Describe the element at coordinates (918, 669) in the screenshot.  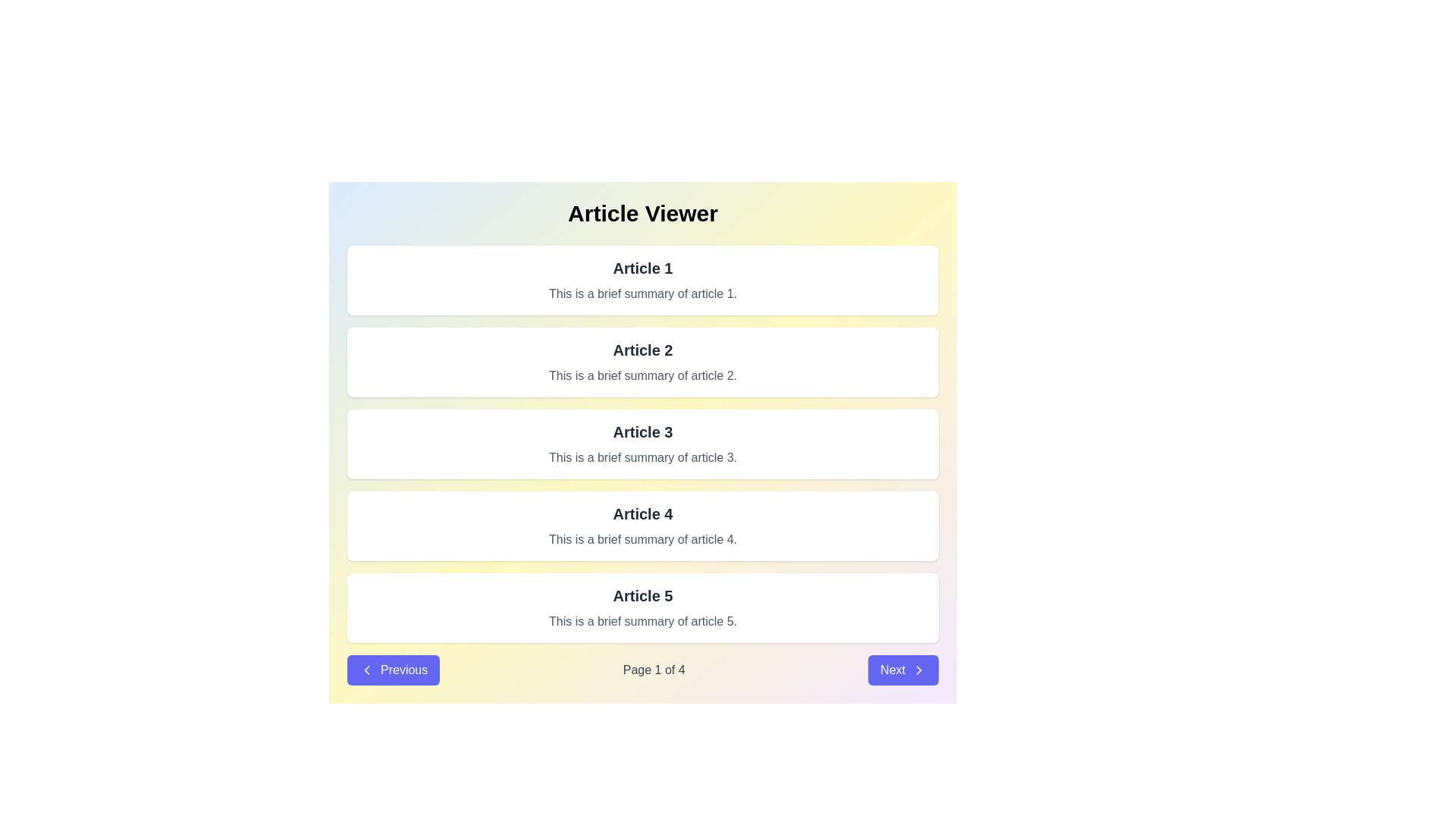
I see `the 'Next' button which contains a right-pointing chevron icon` at that location.